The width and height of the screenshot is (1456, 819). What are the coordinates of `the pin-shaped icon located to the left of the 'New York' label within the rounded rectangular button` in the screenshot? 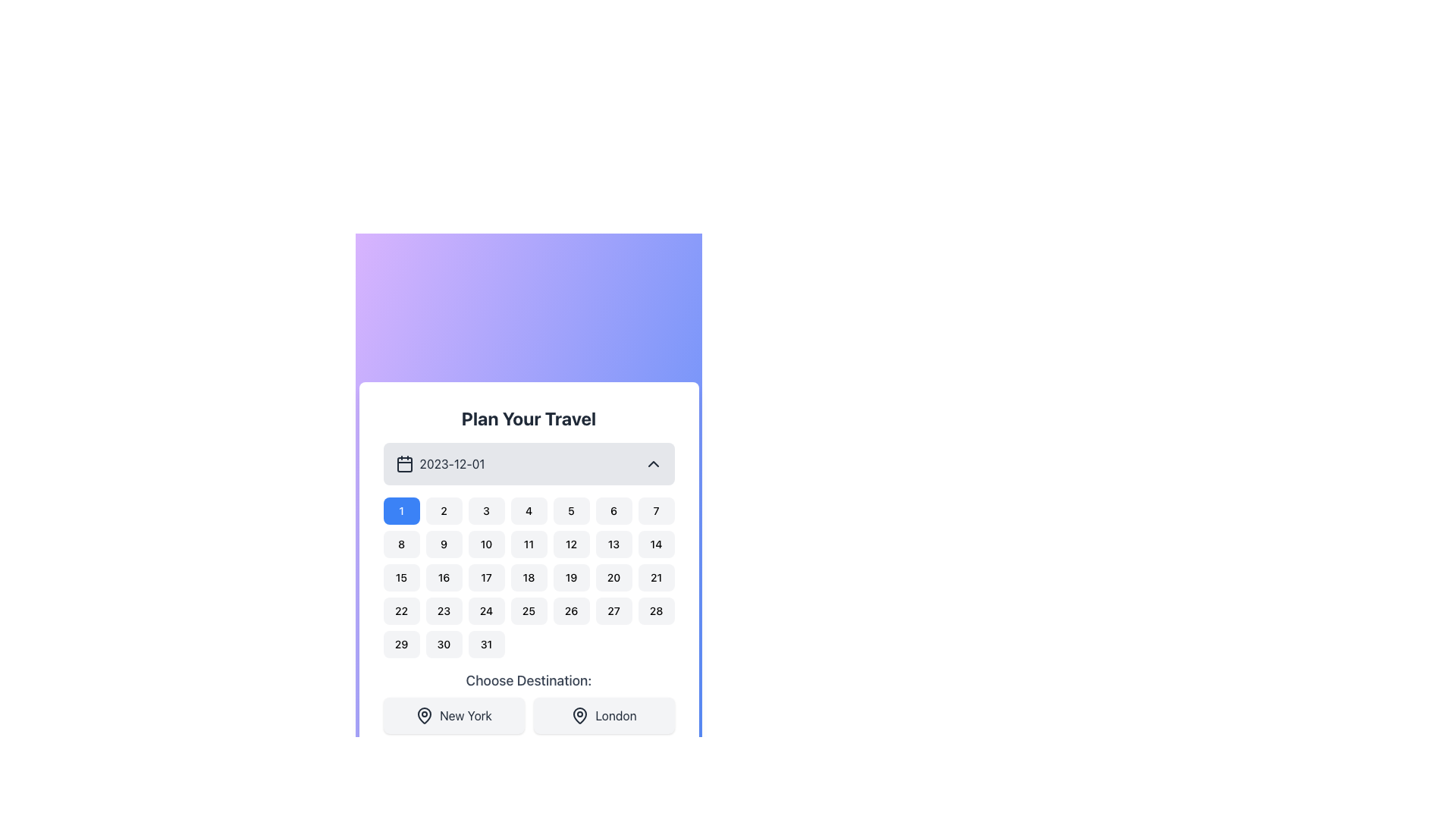 It's located at (425, 716).